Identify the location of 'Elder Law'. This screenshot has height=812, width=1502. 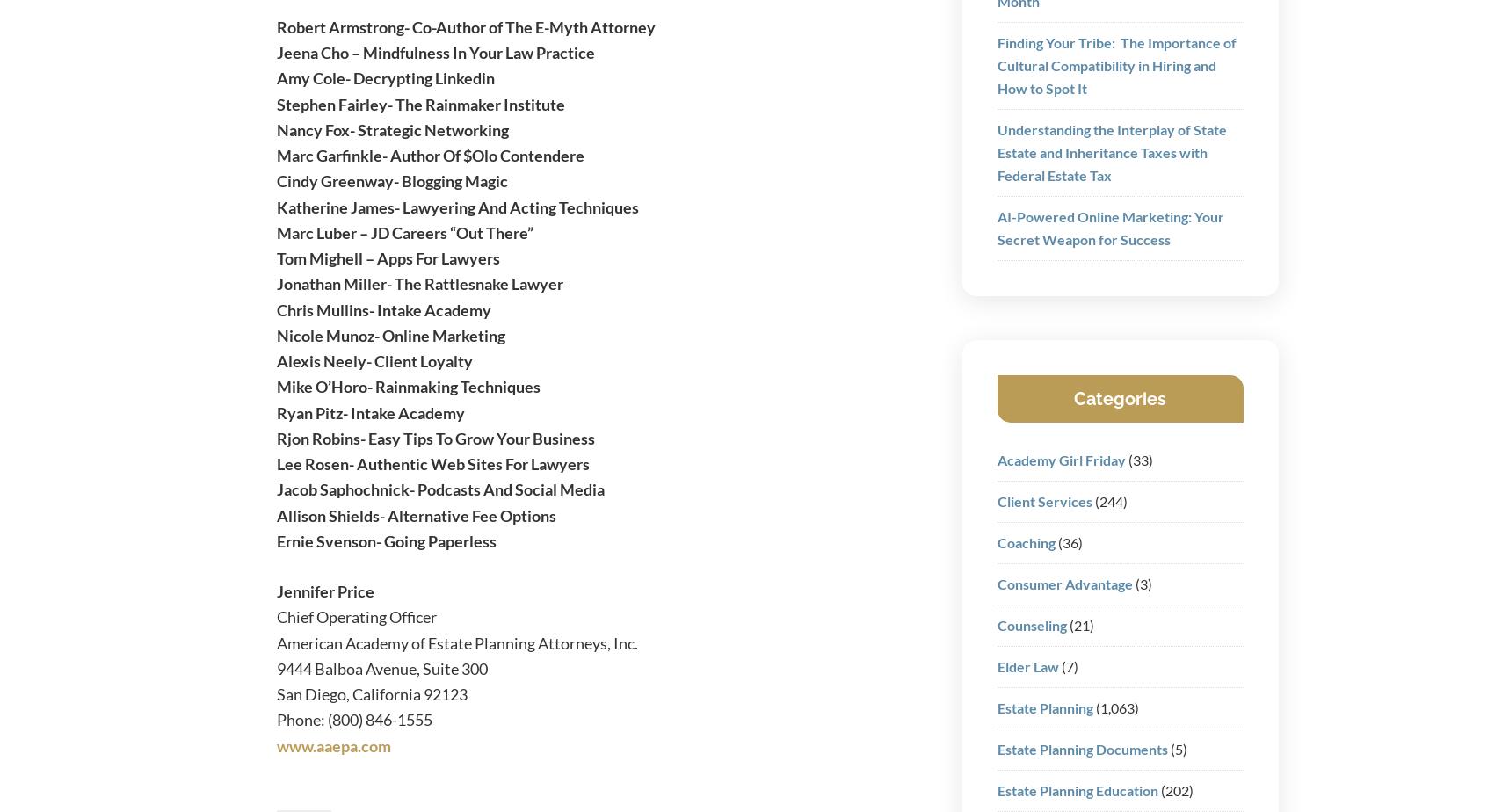
(1027, 665).